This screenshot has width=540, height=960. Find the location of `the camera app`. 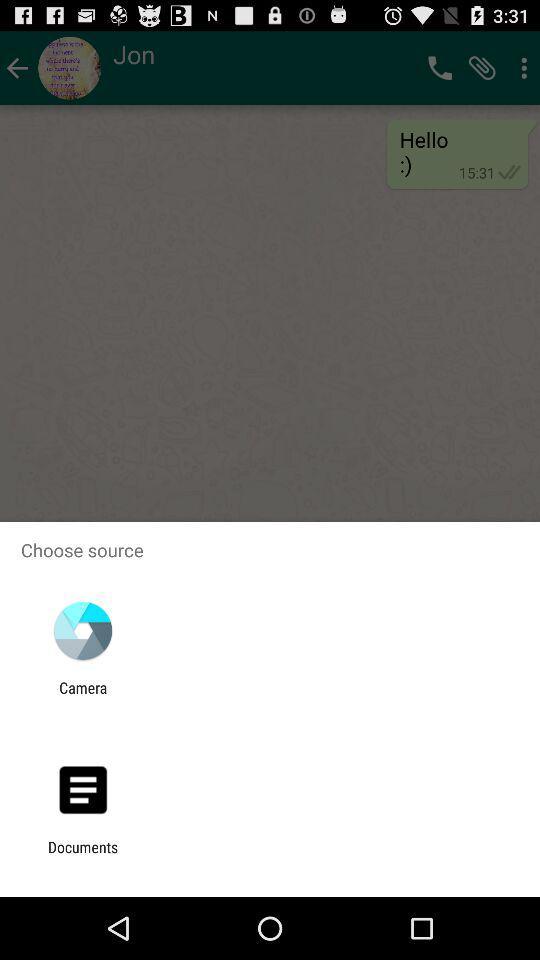

the camera app is located at coordinates (82, 696).